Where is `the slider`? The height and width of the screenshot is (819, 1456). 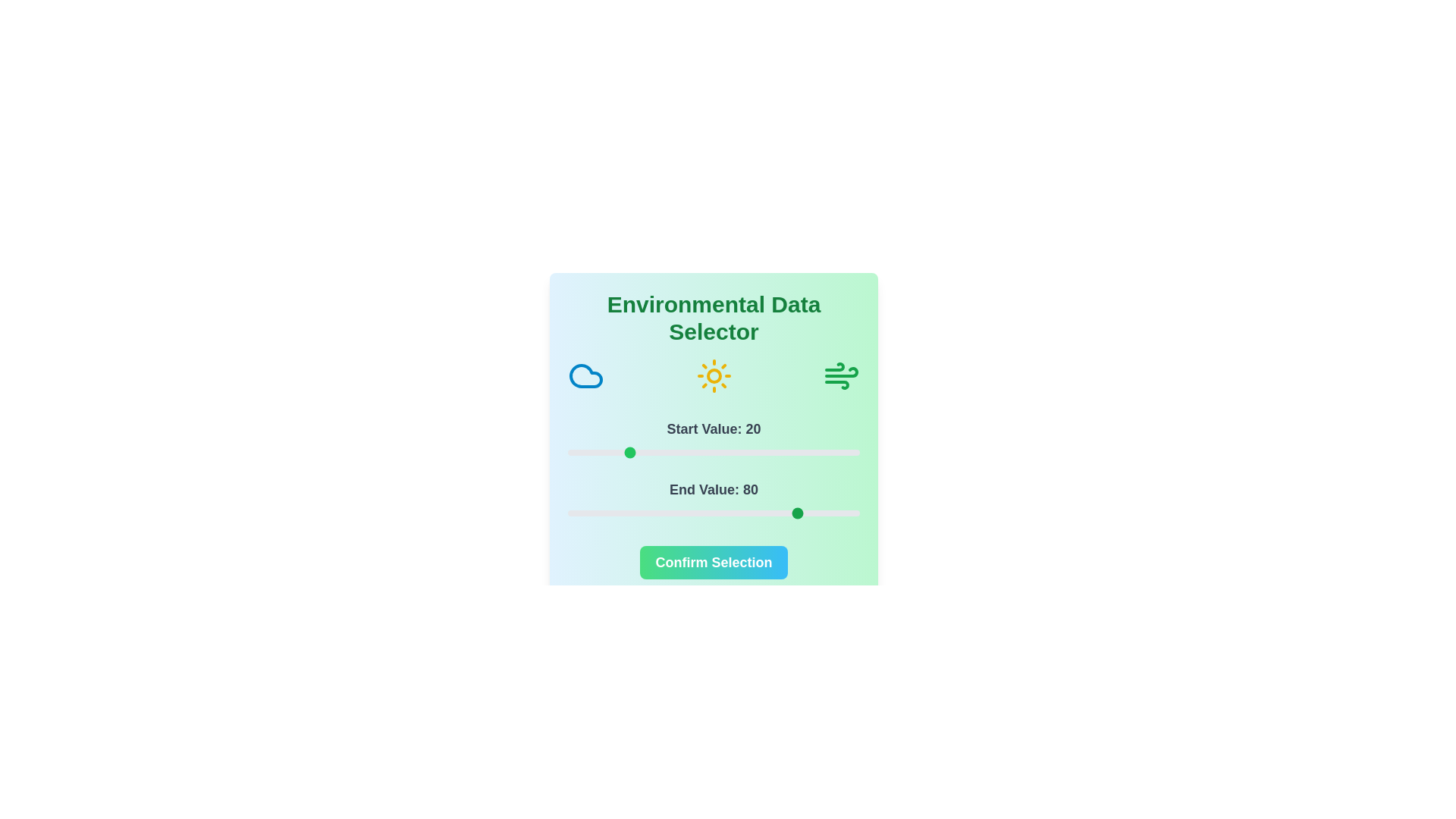 the slider is located at coordinates (596, 452).